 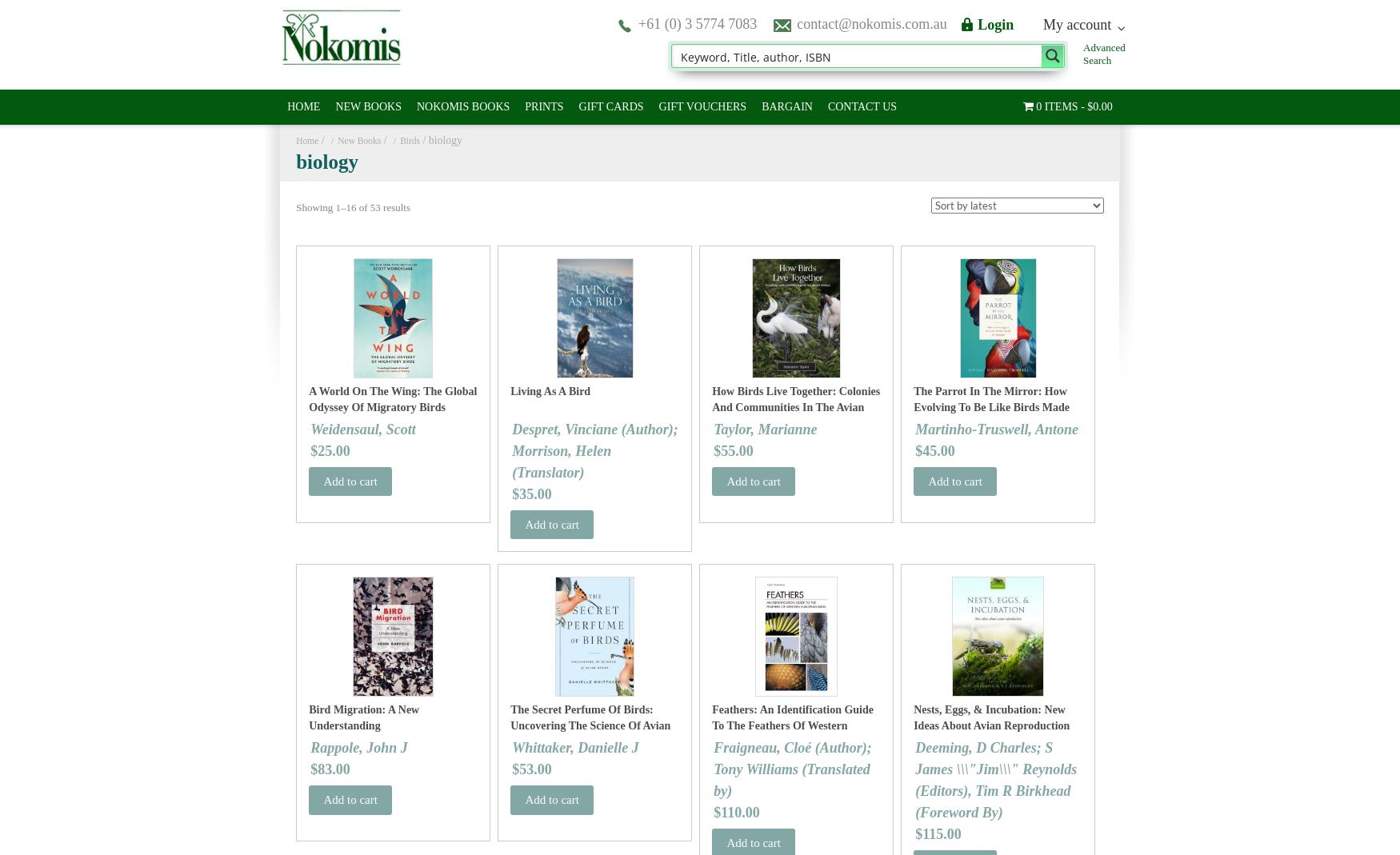 I want to click on '/ biology', so click(x=440, y=140).